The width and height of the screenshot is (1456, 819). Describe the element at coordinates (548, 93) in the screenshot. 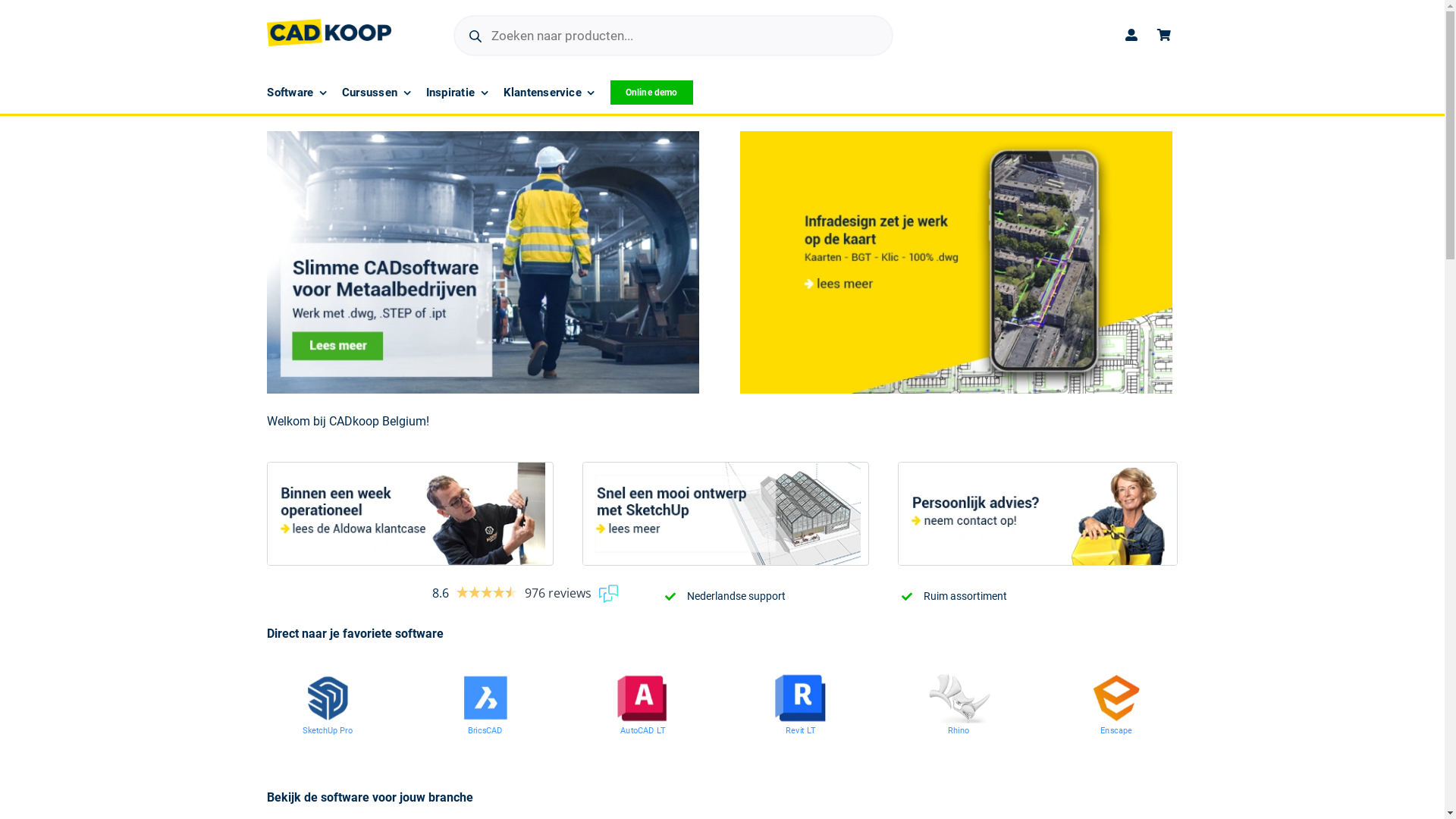

I see `'Klantenservice'` at that location.